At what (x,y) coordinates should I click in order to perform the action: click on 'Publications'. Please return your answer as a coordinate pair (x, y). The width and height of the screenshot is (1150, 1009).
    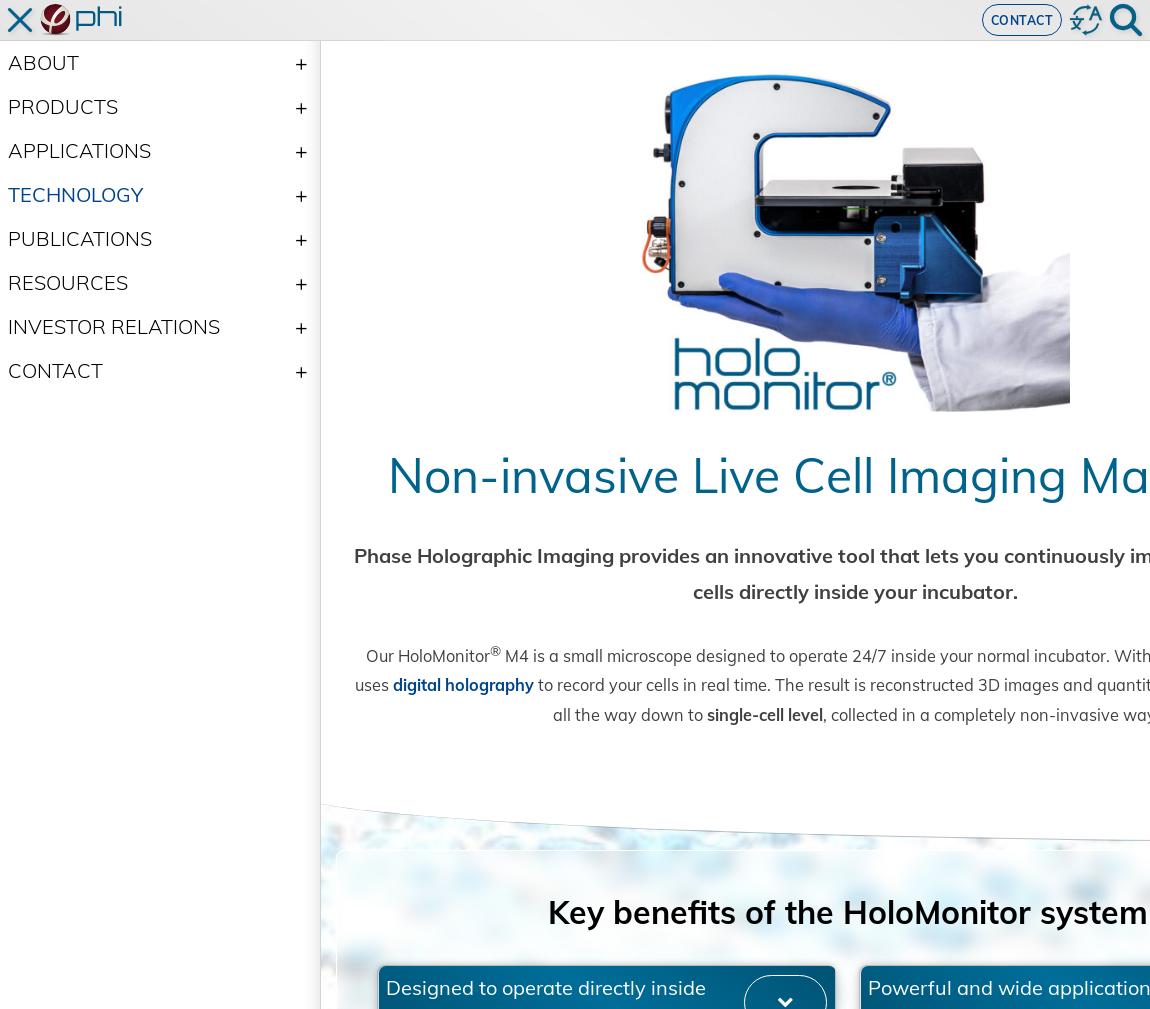
    Looking at the image, I should click on (7, 237).